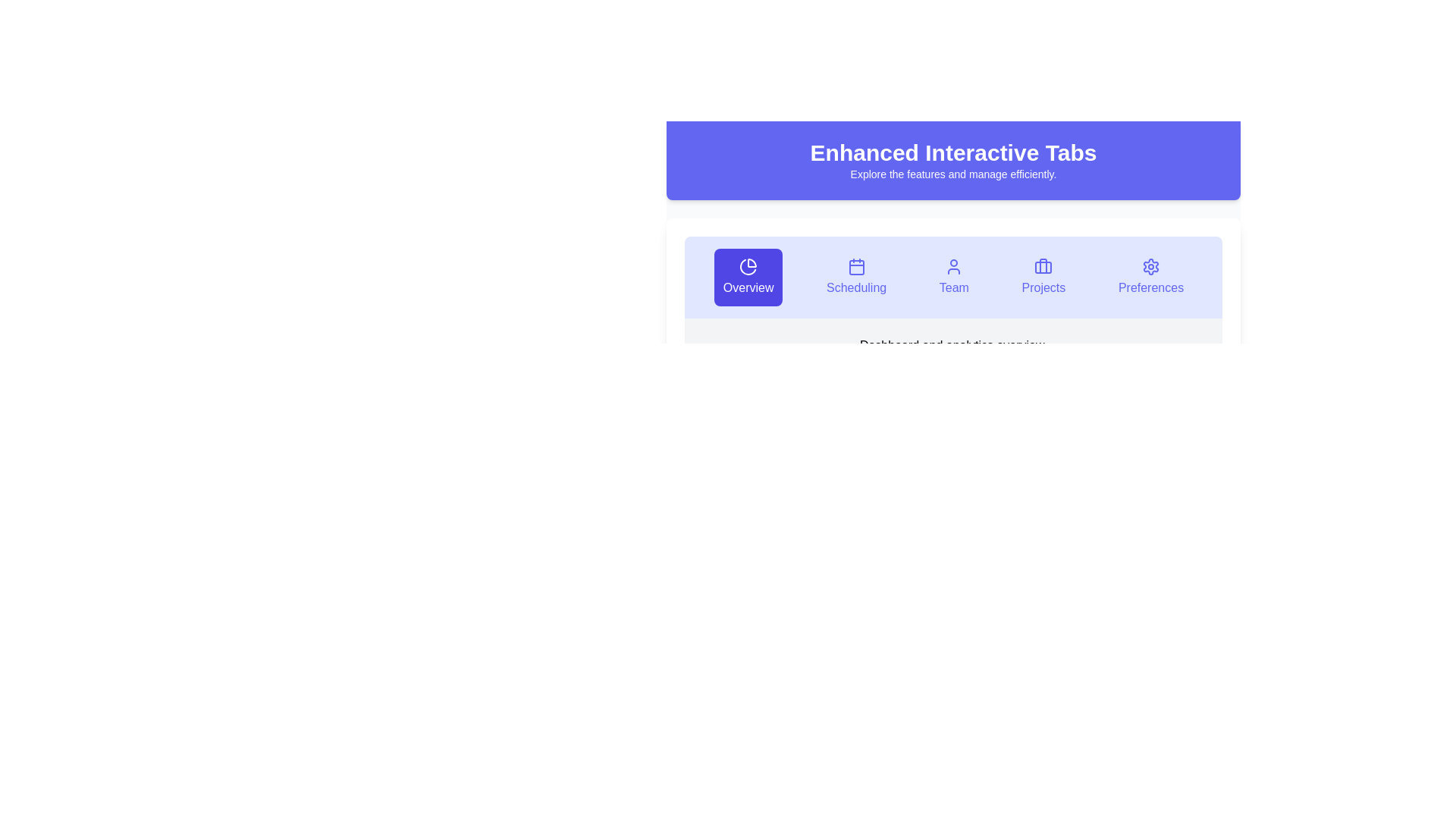 This screenshot has width=1456, height=819. Describe the element at coordinates (1043, 267) in the screenshot. I see `the rectangular graphical UI component resembling a suitcase in the 'Projects' section of the navigation bar to identify the icon` at that location.